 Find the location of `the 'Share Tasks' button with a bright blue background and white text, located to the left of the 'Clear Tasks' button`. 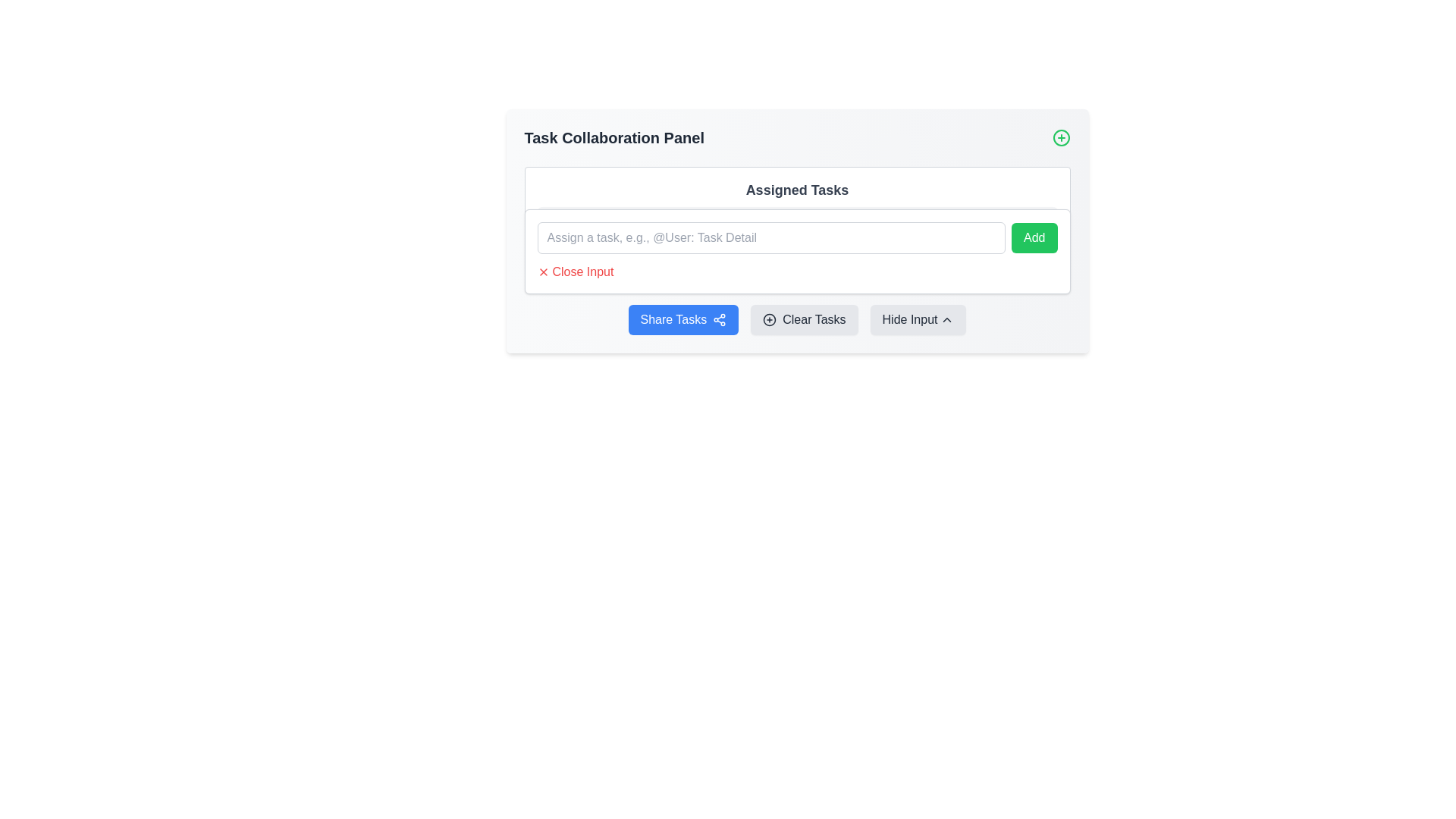

the 'Share Tasks' button with a bright blue background and white text, located to the left of the 'Clear Tasks' button is located at coordinates (682, 318).